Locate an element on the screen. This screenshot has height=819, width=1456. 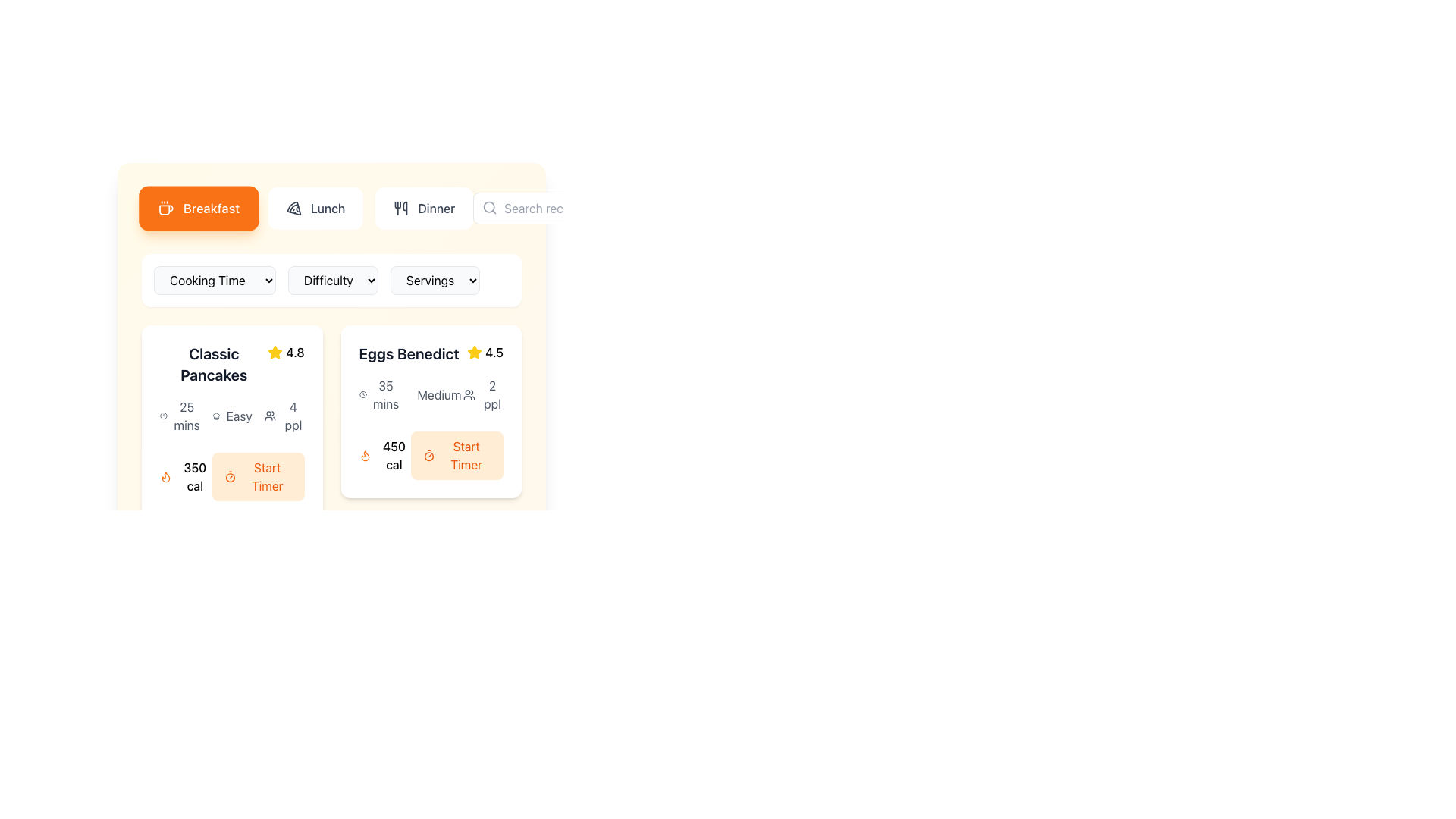
the difficulty level text label located in the 'difficulty' section of the 'Classic Pancakes' card, which indicates the recipe's complexity is located at coordinates (238, 416).